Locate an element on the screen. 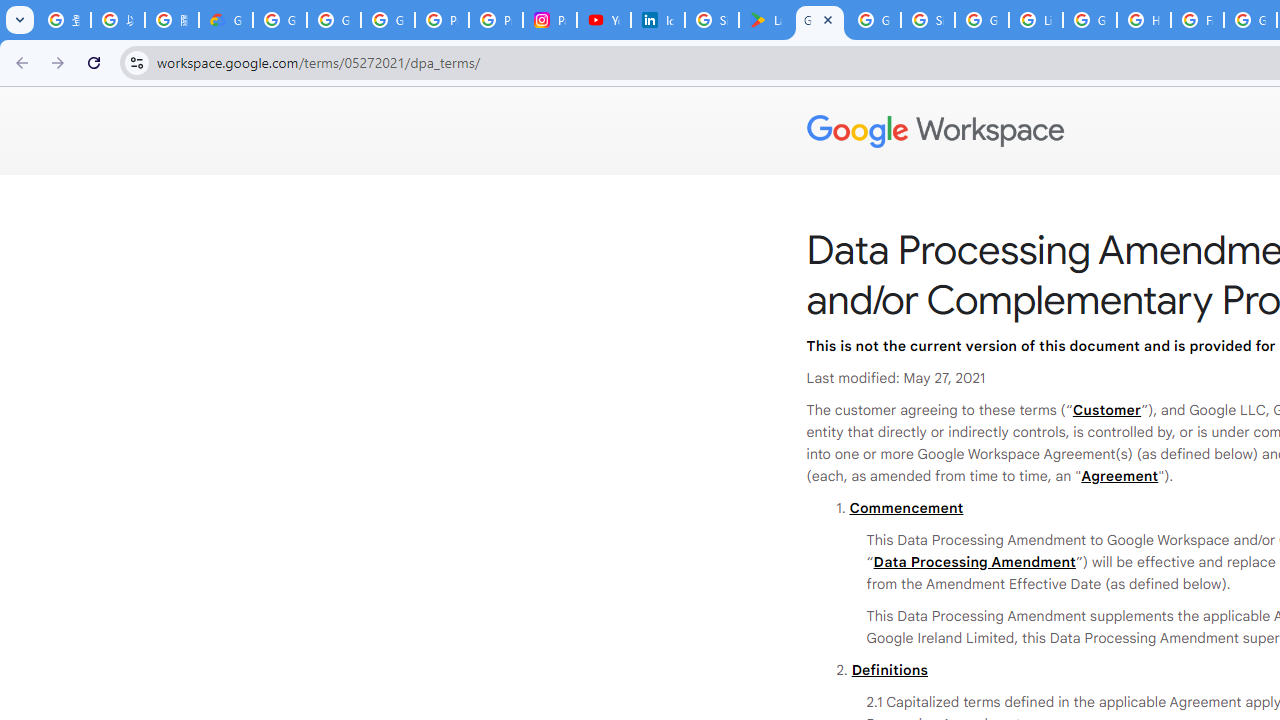  'YouTube Culture & Trends - On The Rise: Handcam Videos' is located at coordinates (603, 20).